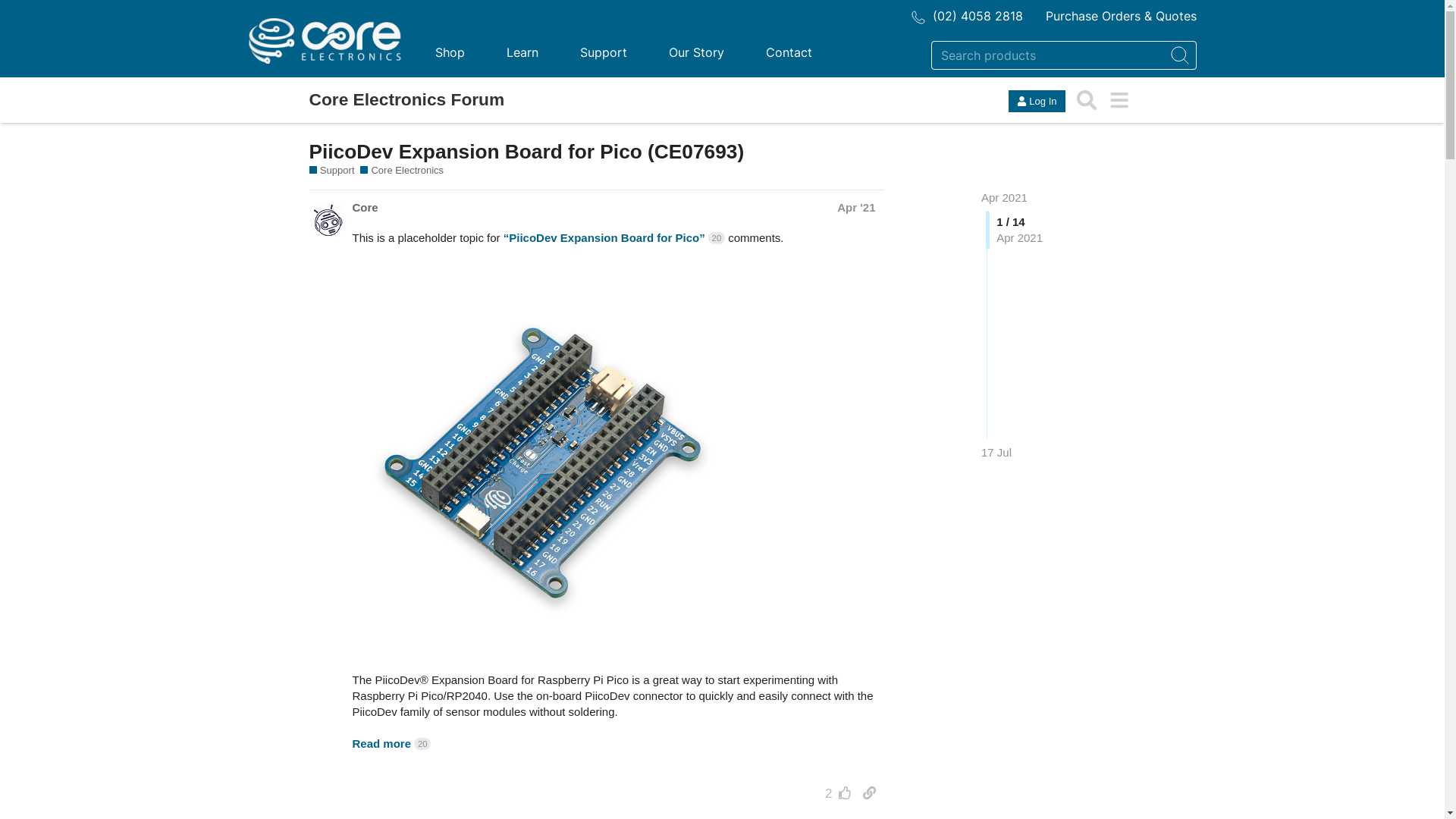 The width and height of the screenshot is (1456, 819). Describe the element at coordinates (331, 170) in the screenshot. I see `'Support'` at that location.